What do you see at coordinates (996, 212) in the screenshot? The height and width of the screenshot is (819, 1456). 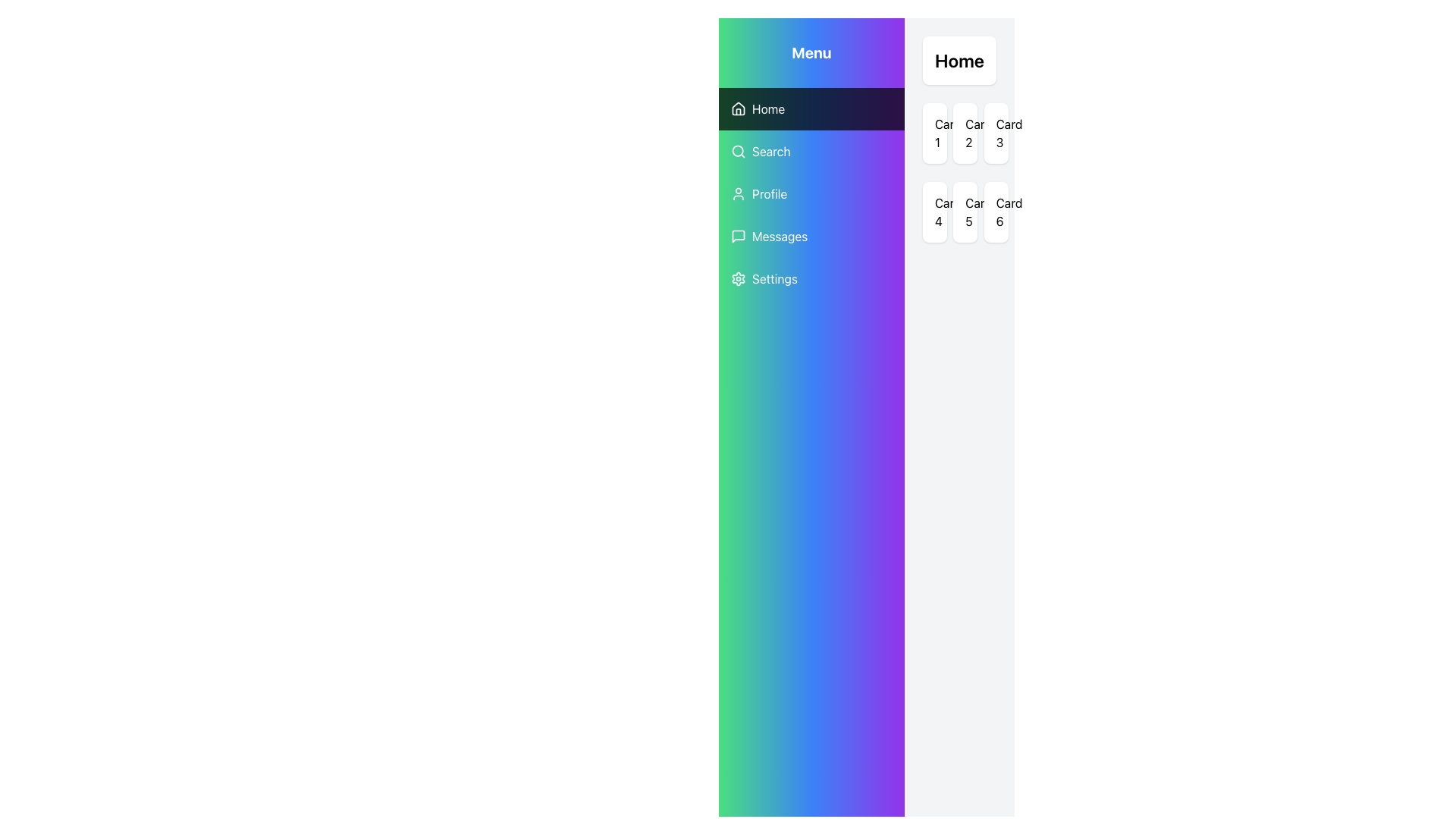 I see `the Static Card labeled 'Card 6', which is the third card in the second row of a grid layout with rounded corners and a white background` at bounding box center [996, 212].